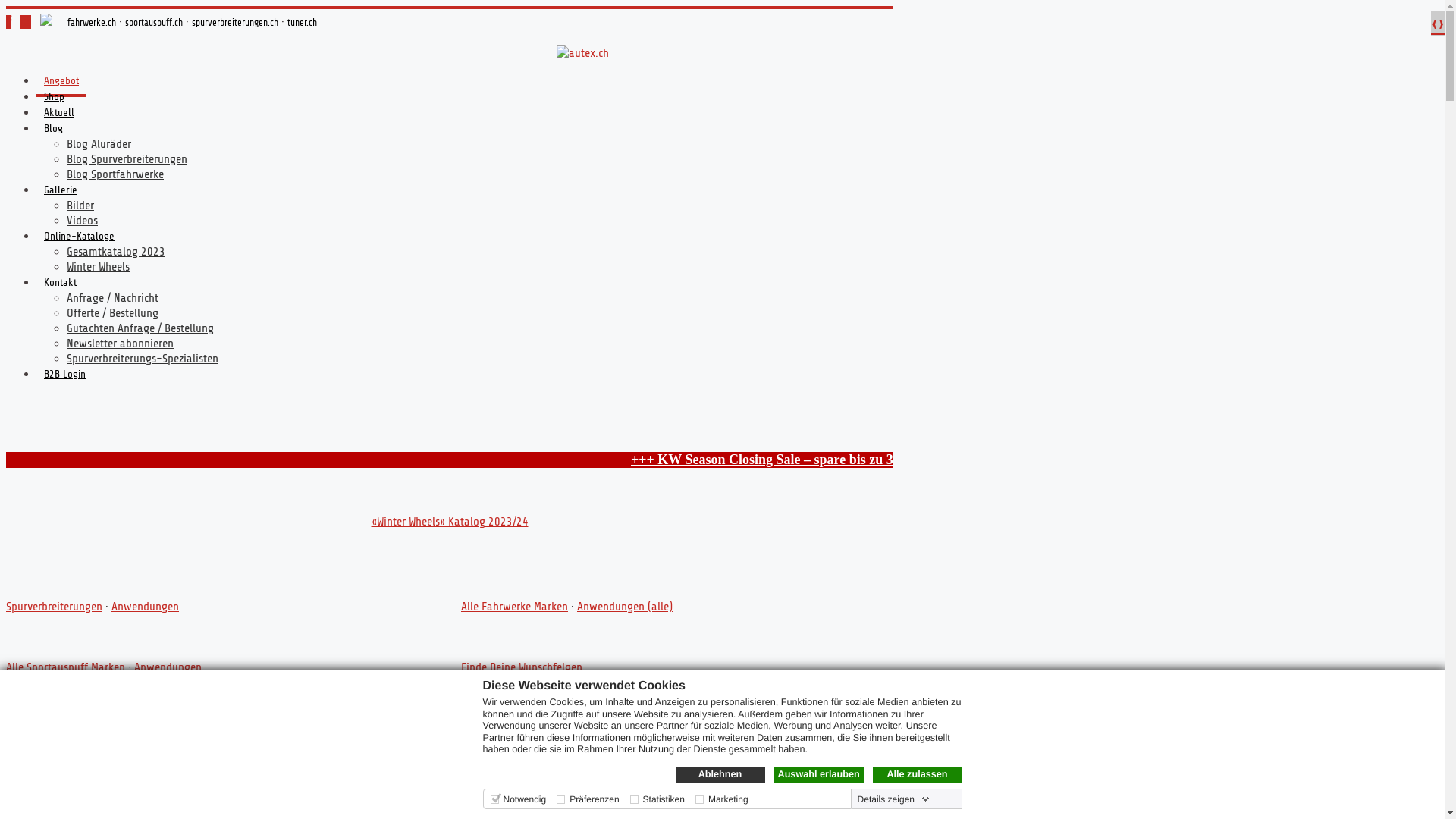 This screenshot has height=819, width=1456. Describe the element at coordinates (54, 99) in the screenshot. I see `'Shop'` at that location.